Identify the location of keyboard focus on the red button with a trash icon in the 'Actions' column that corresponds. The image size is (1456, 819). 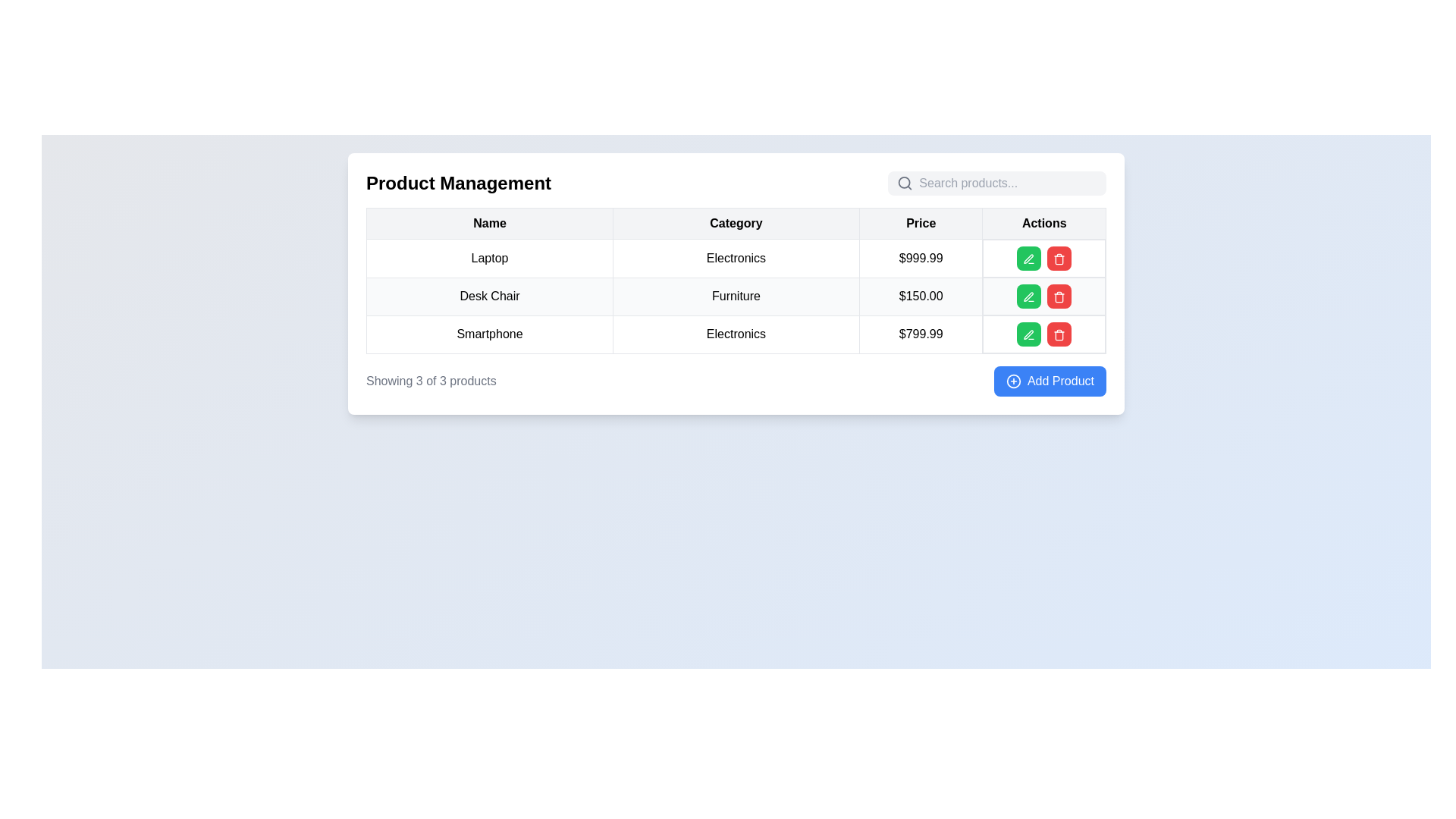
(1059, 333).